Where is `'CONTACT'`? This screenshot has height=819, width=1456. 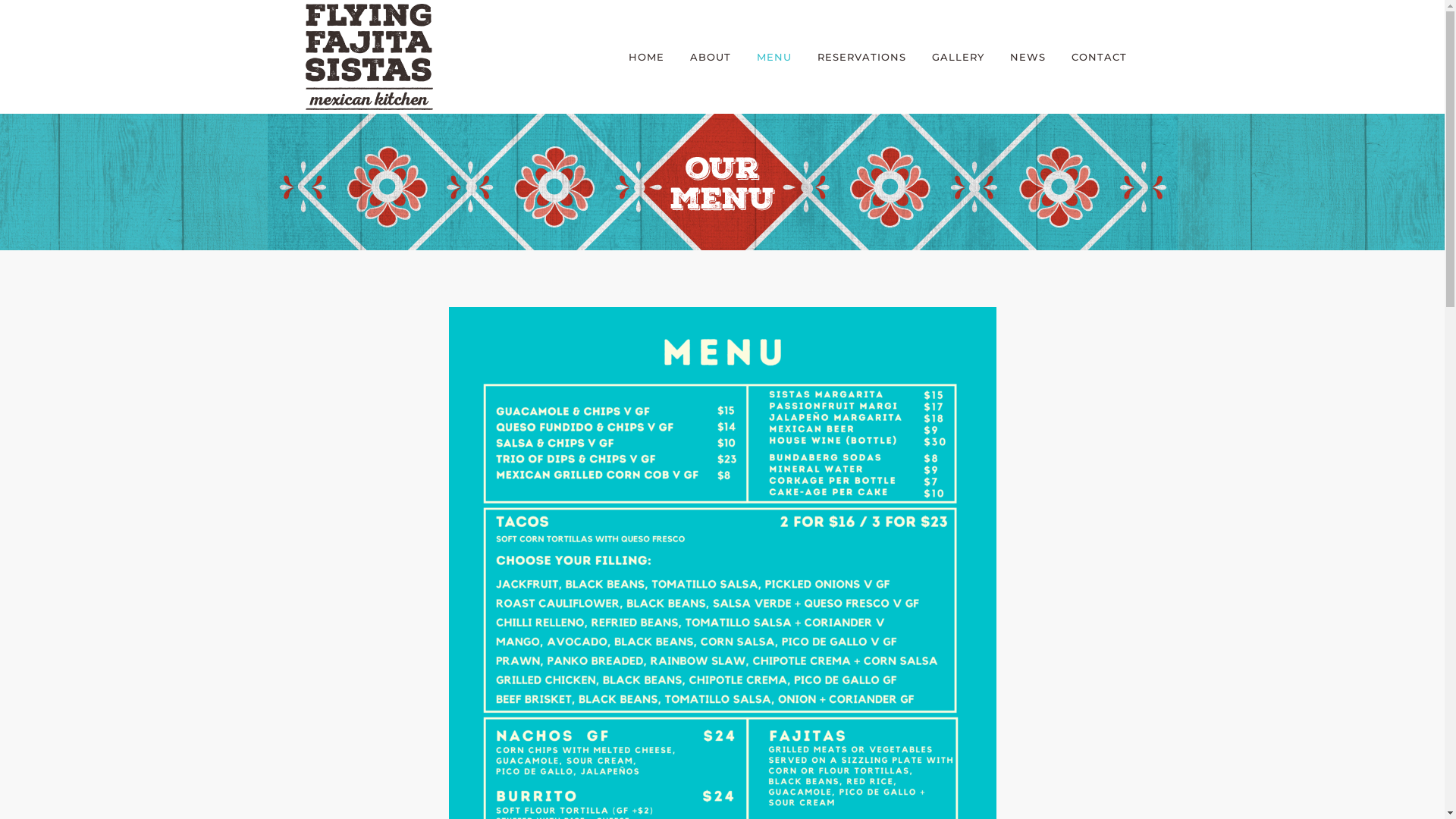 'CONTACT' is located at coordinates (1099, 55).